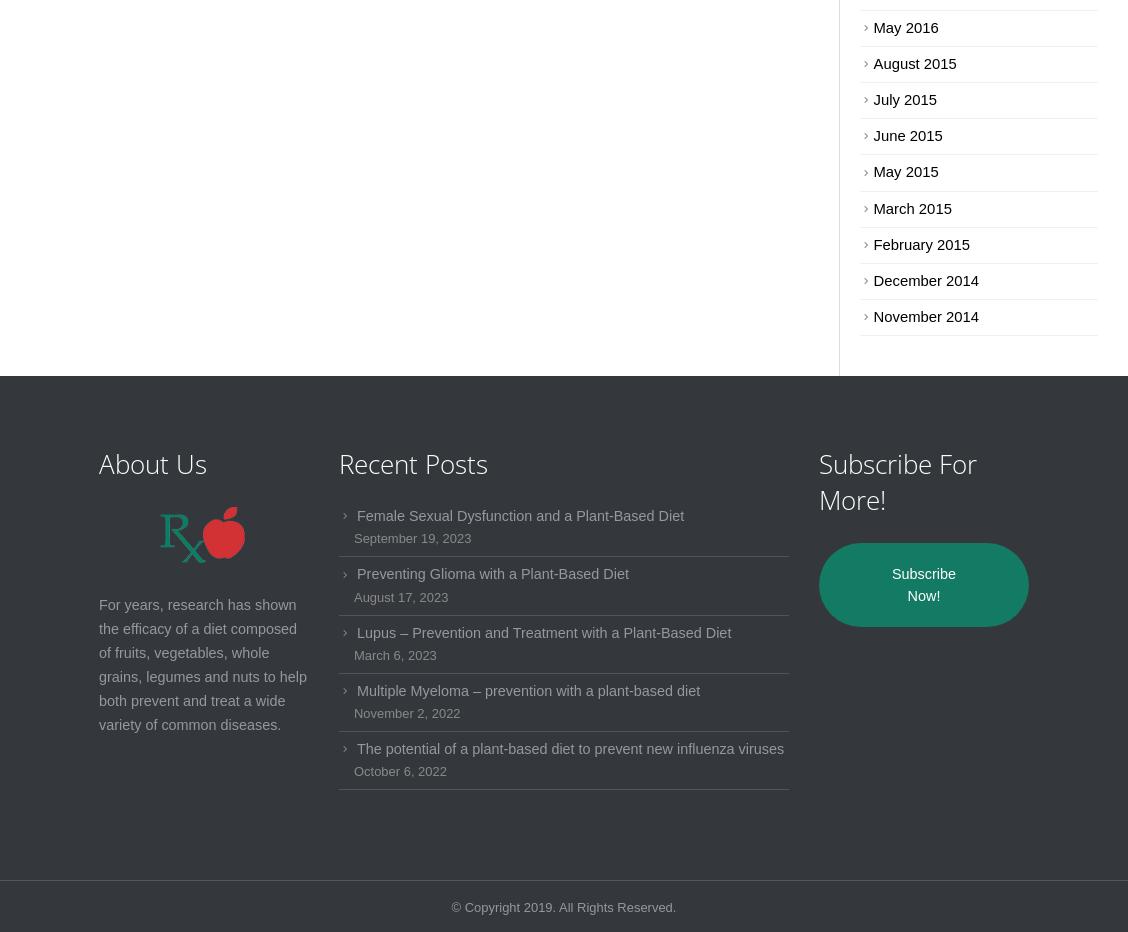 The width and height of the screenshot is (1128, 932). I want to click on 'March 6, 2023', so click(395, 654).